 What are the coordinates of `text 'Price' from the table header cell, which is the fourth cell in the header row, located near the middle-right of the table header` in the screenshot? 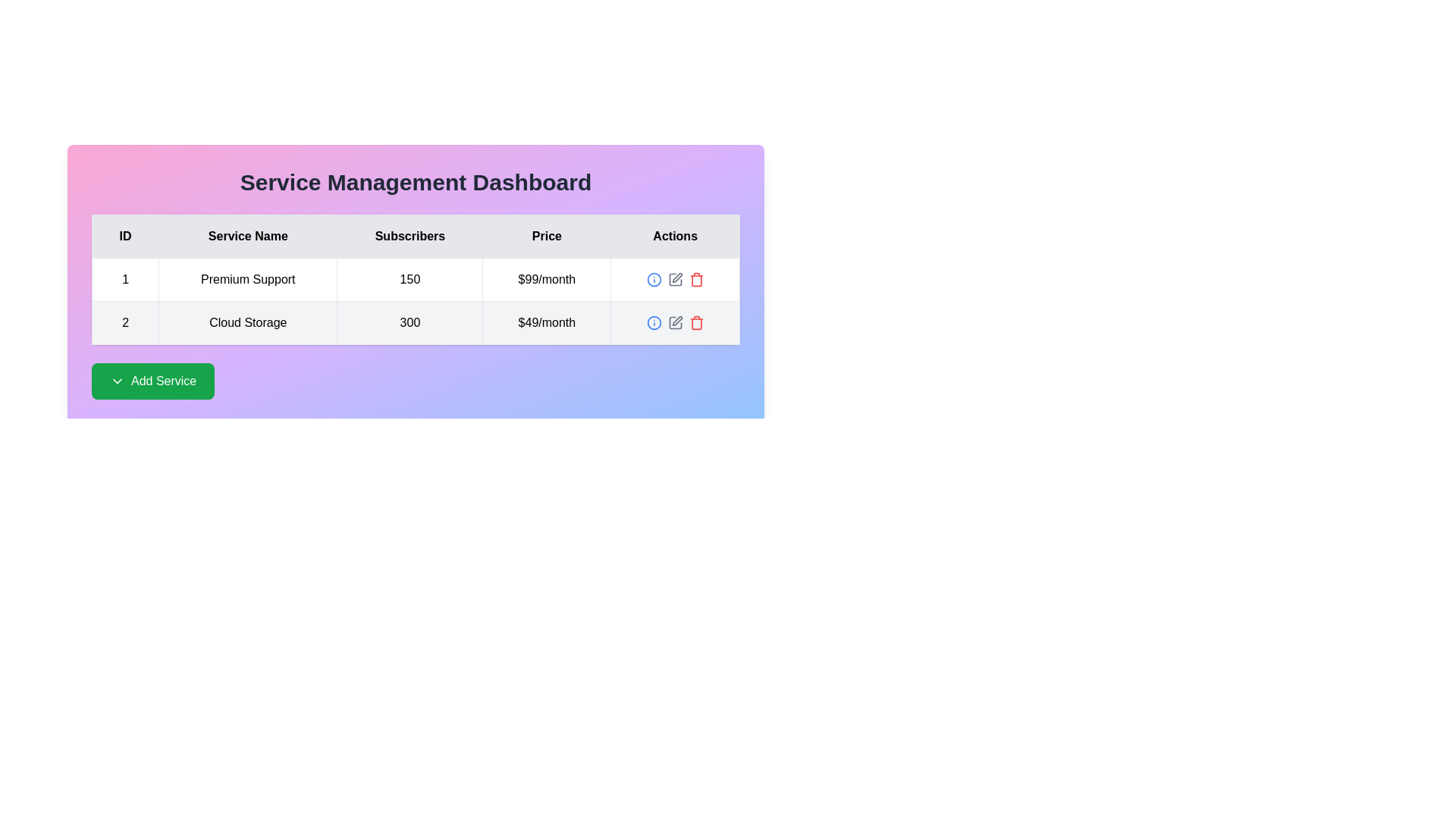 It's located at (546, 237).